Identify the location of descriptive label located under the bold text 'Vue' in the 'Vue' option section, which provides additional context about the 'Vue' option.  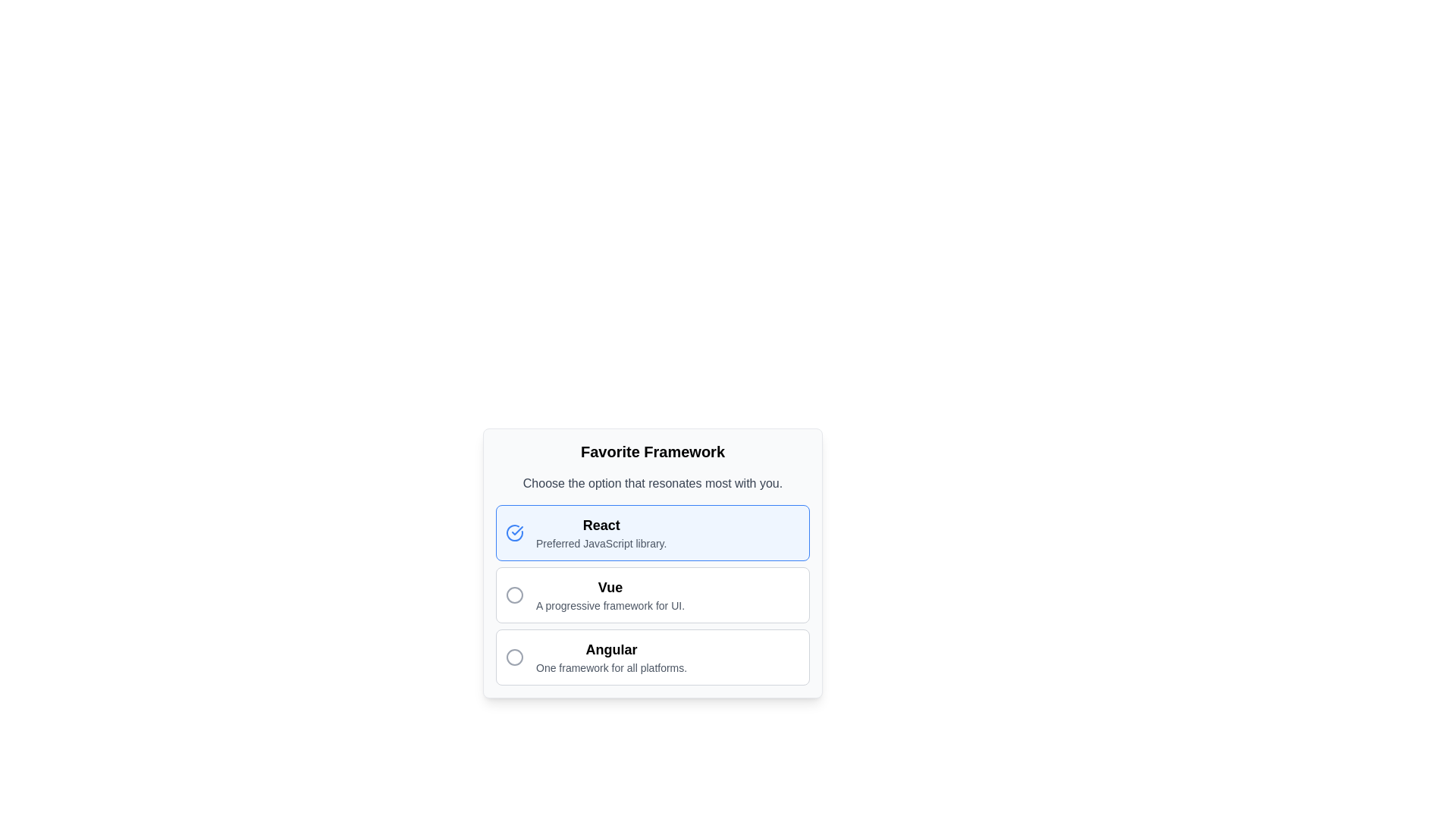
(610, 604).